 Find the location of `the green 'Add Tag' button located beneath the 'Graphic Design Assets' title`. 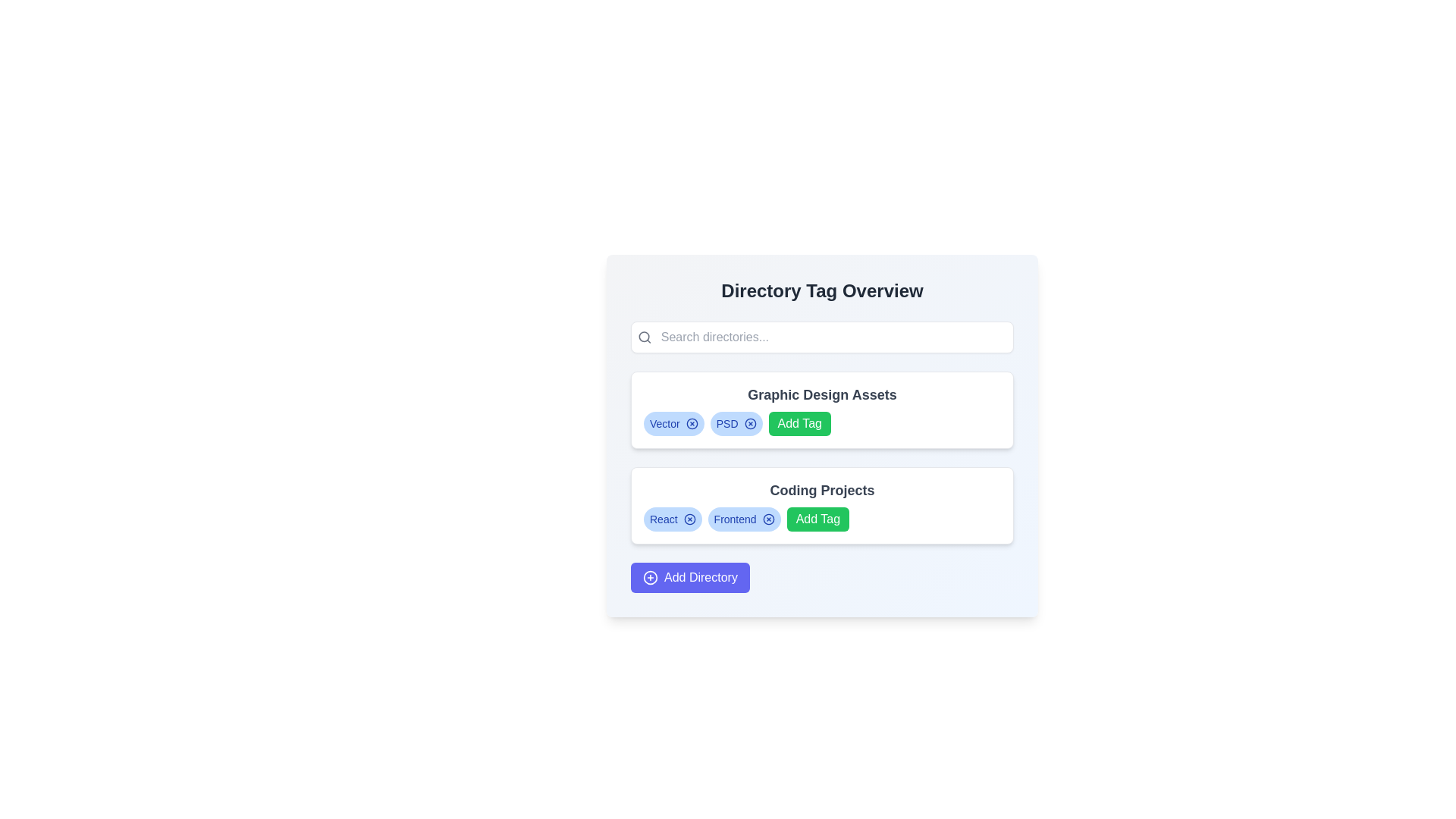

the green 'Add Tag' button located beneath the 'Graphic Design Assets' title is located at coordinates (799, 424).